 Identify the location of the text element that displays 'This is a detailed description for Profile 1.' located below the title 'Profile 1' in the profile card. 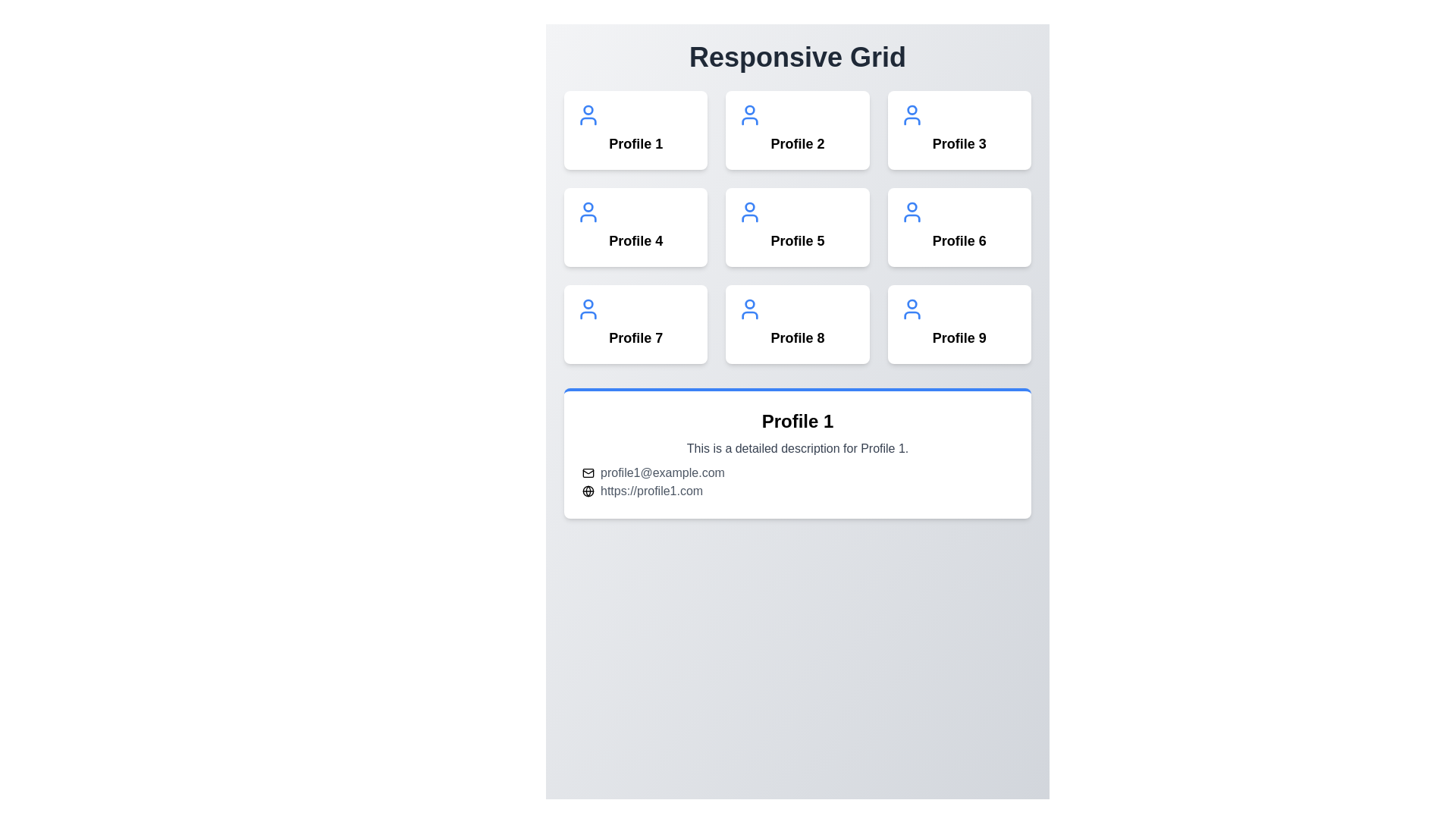
(796, 447).